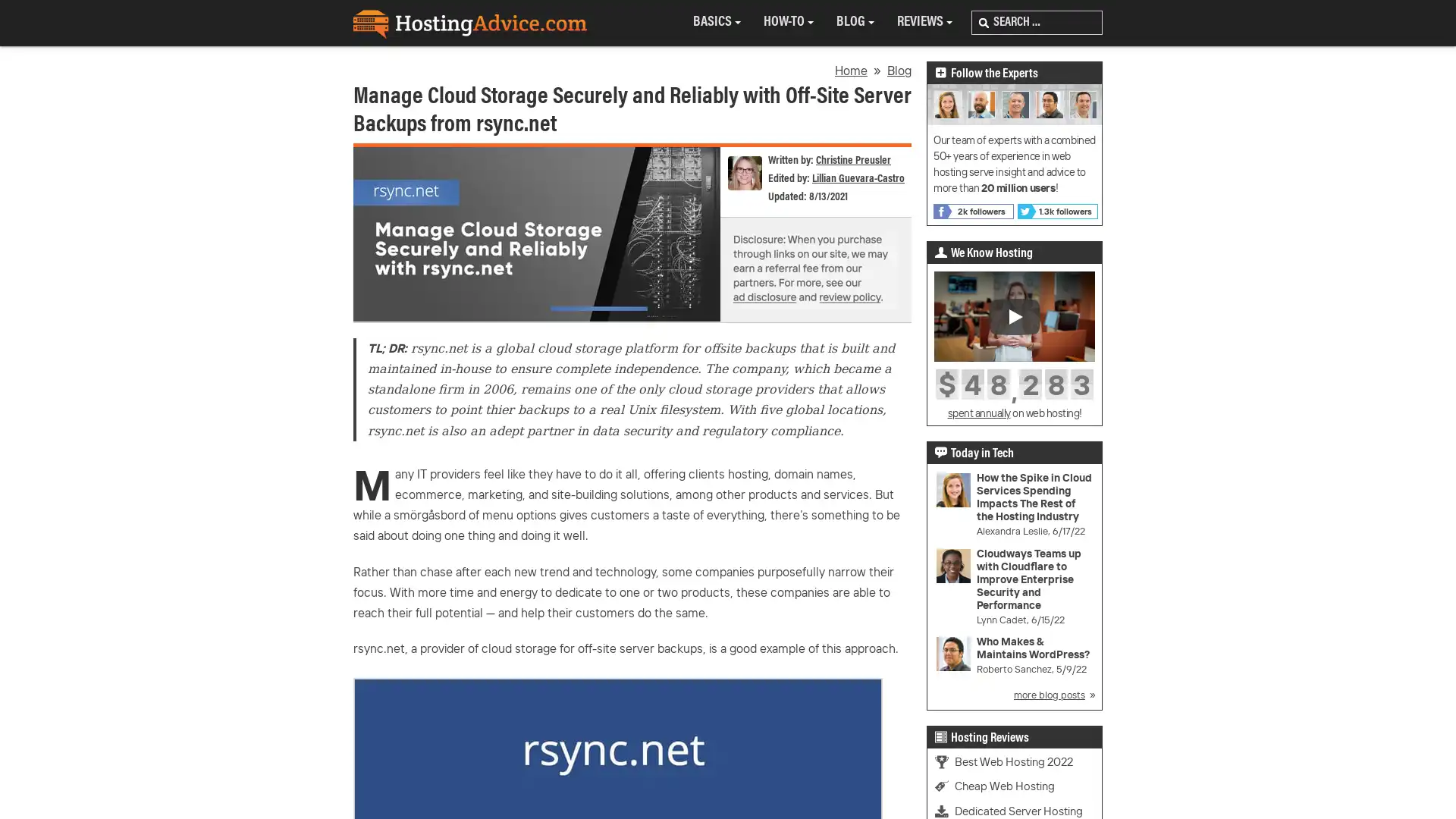 The image size is (1456, 819). Describe the element at coordinates (1015, 315) in the screenshot. I see `Play` at that location.